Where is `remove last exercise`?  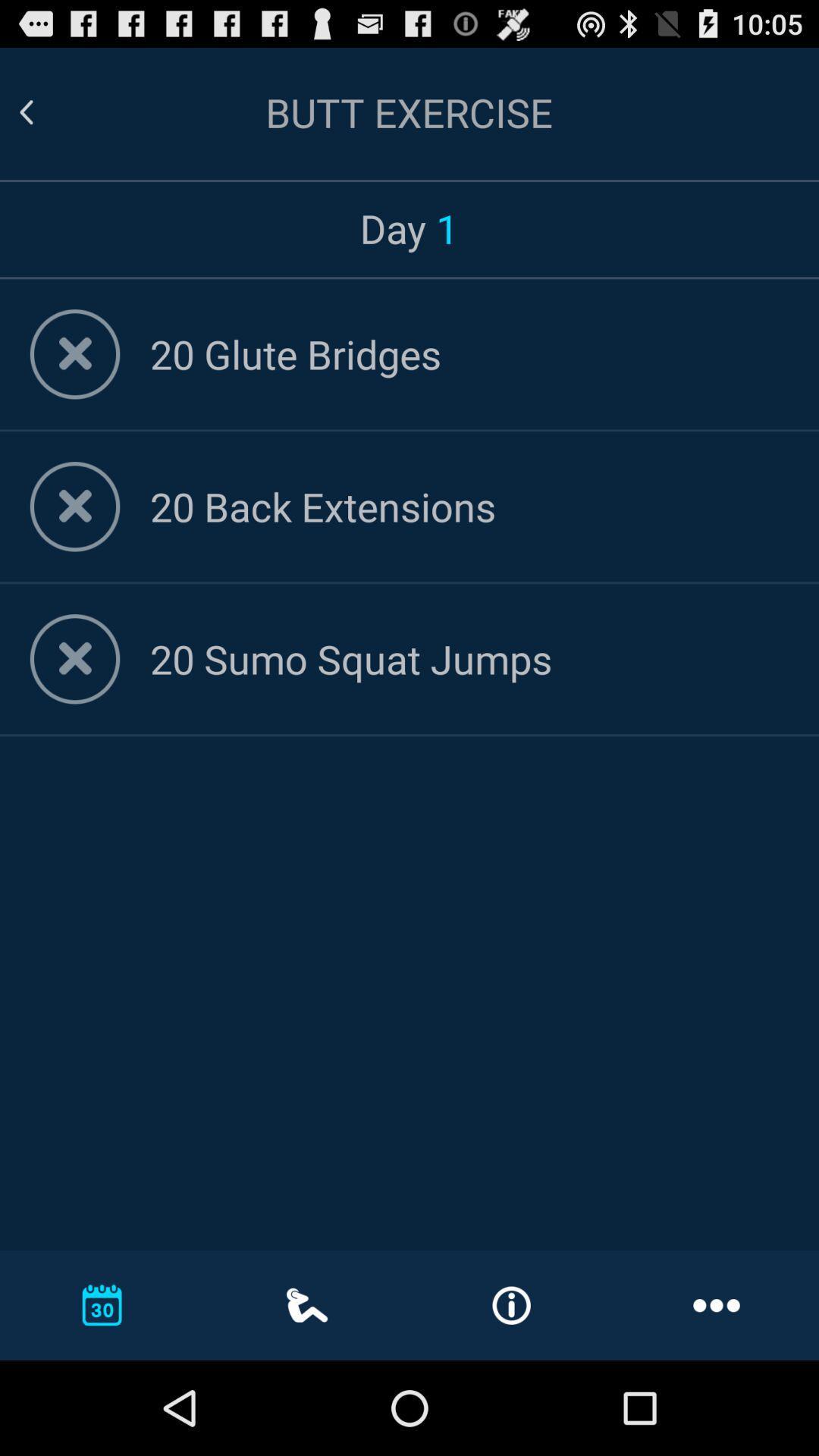
remove last exercise is located at coordinates (75, 659).